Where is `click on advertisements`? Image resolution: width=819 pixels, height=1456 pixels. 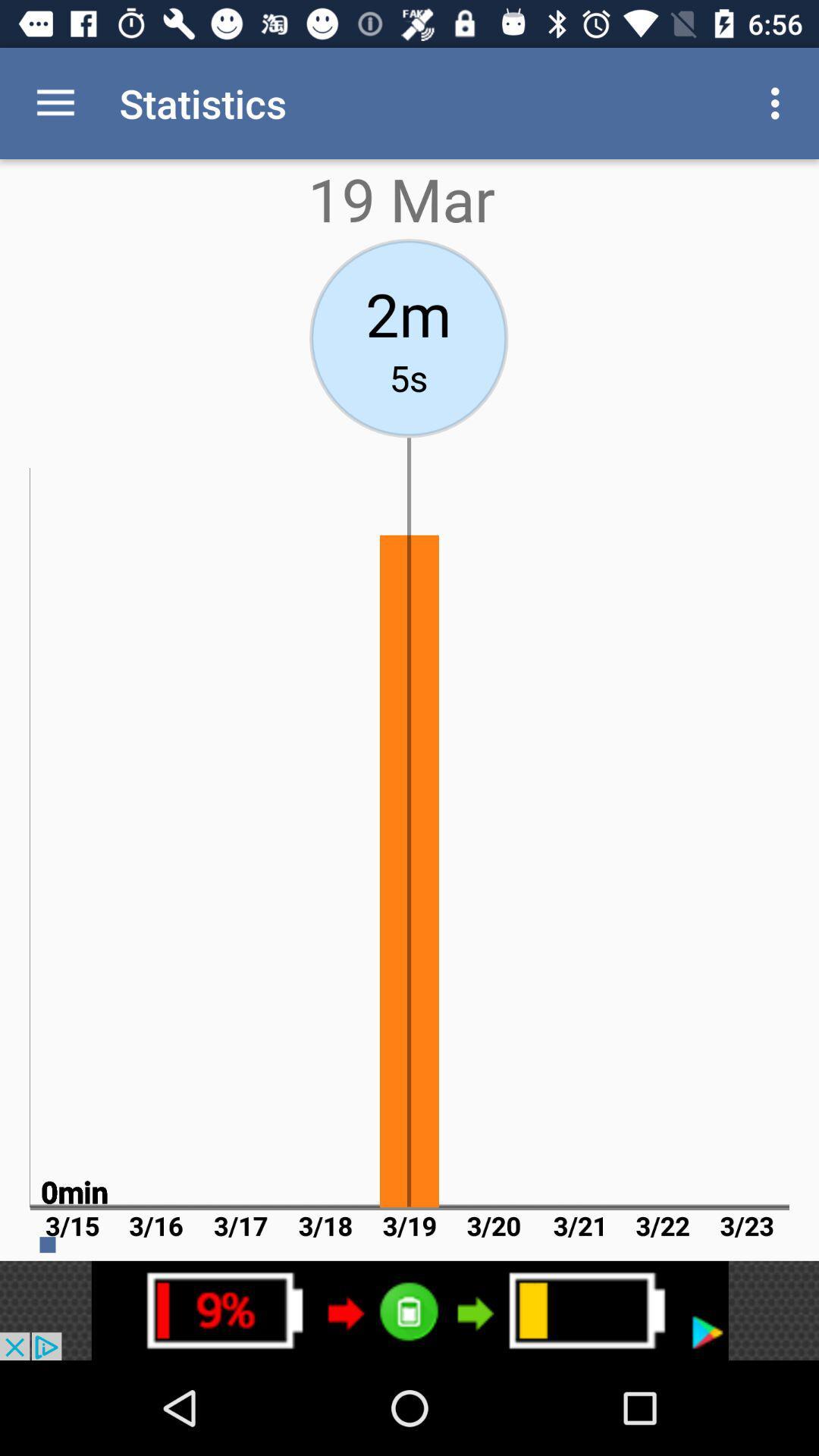 click on advertisements is located at coordinates (409, 1310).